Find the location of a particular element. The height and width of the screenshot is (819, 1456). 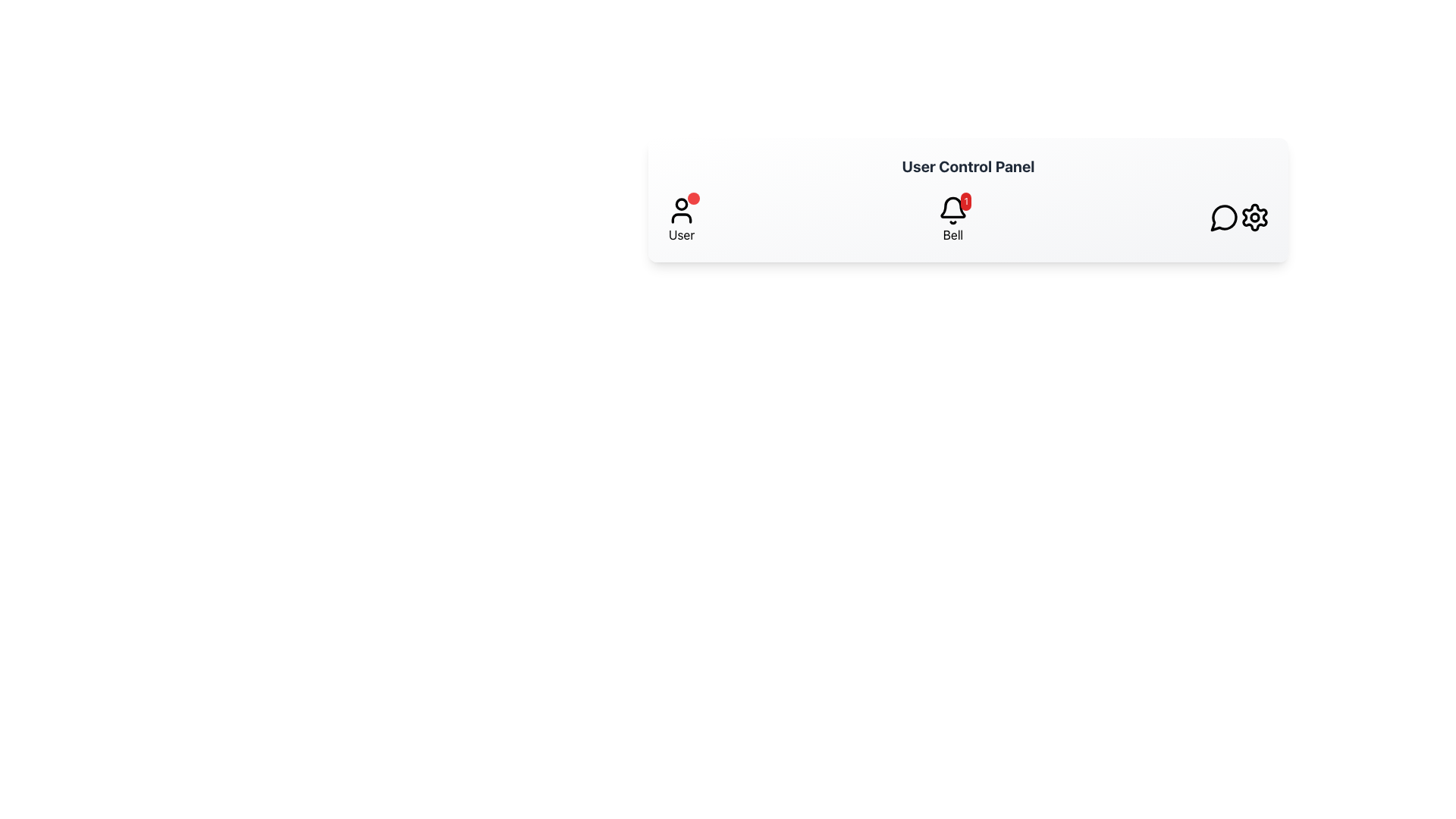

the bell icon styled as a notification button is located at coordinates (952, 210).